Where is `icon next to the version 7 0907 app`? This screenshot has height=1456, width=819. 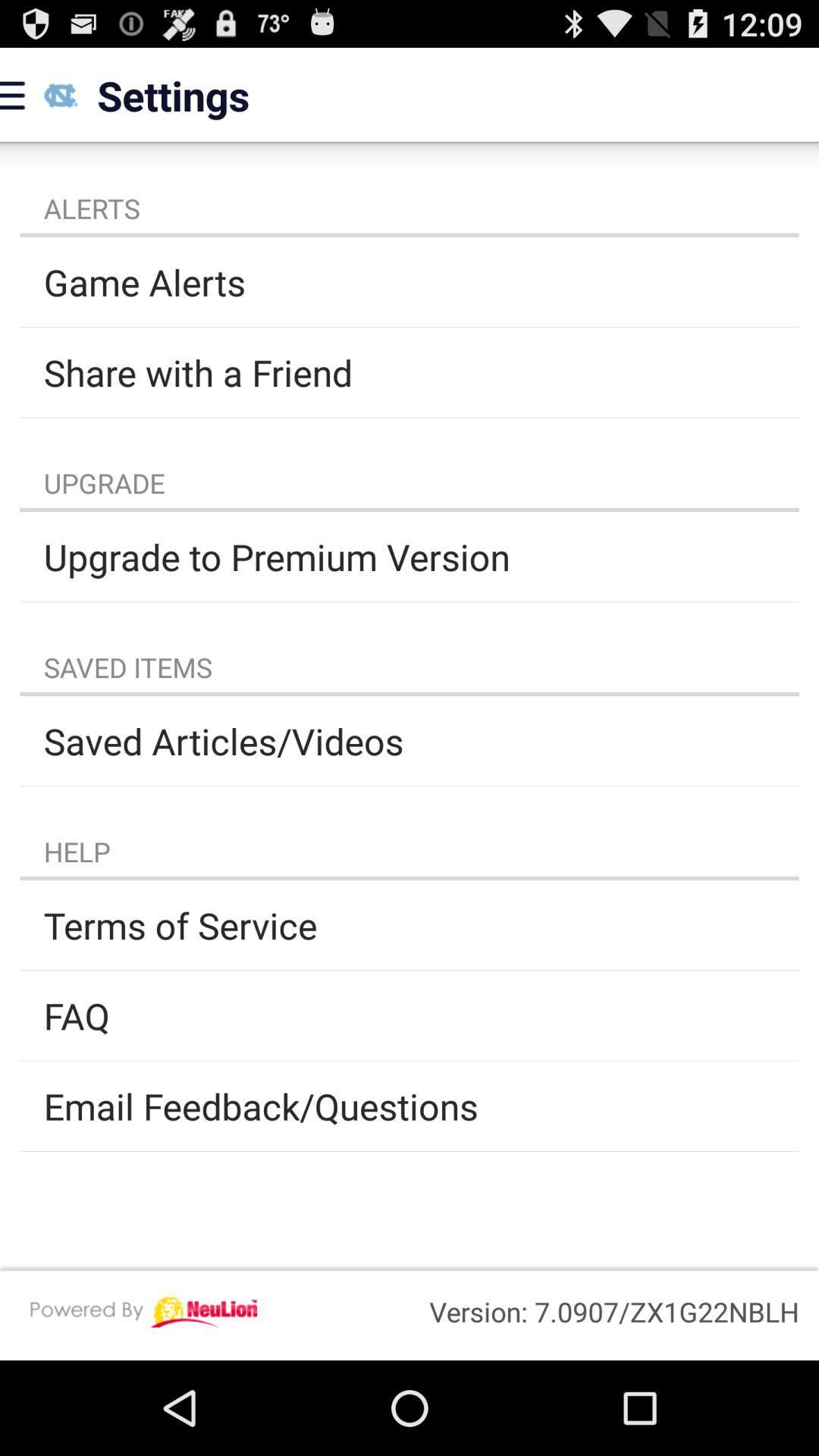
icon next to the version 7 0907 app is located at coordinates (143, 1311).